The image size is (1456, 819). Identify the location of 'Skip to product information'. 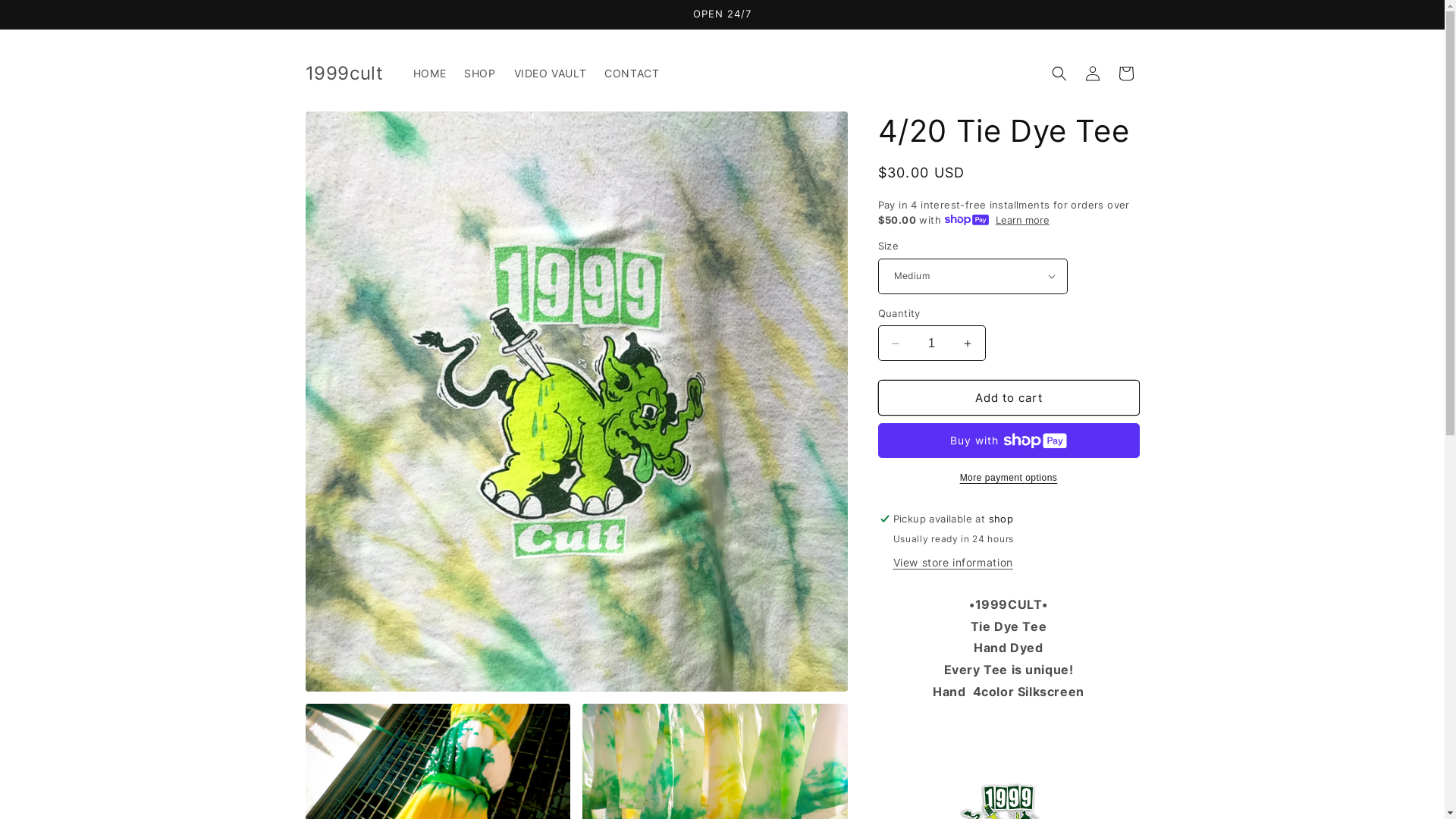
(350, 127).